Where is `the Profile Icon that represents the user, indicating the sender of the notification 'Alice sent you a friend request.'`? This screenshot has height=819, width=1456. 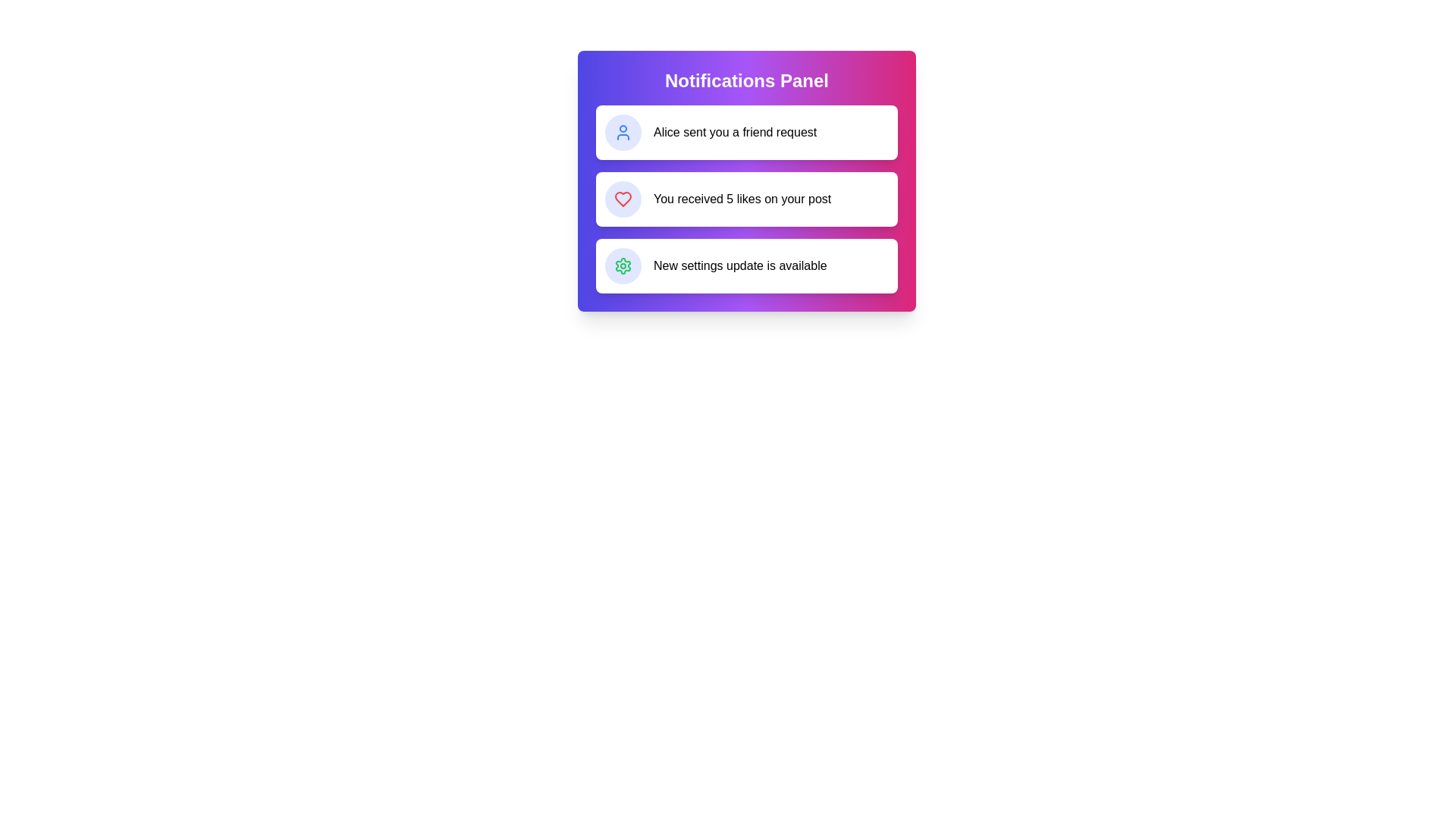
the Profile Icon that represents the user, indicating the sender of the notification 'Alice sent you a friend request.' is located at coordinates (623, 131).